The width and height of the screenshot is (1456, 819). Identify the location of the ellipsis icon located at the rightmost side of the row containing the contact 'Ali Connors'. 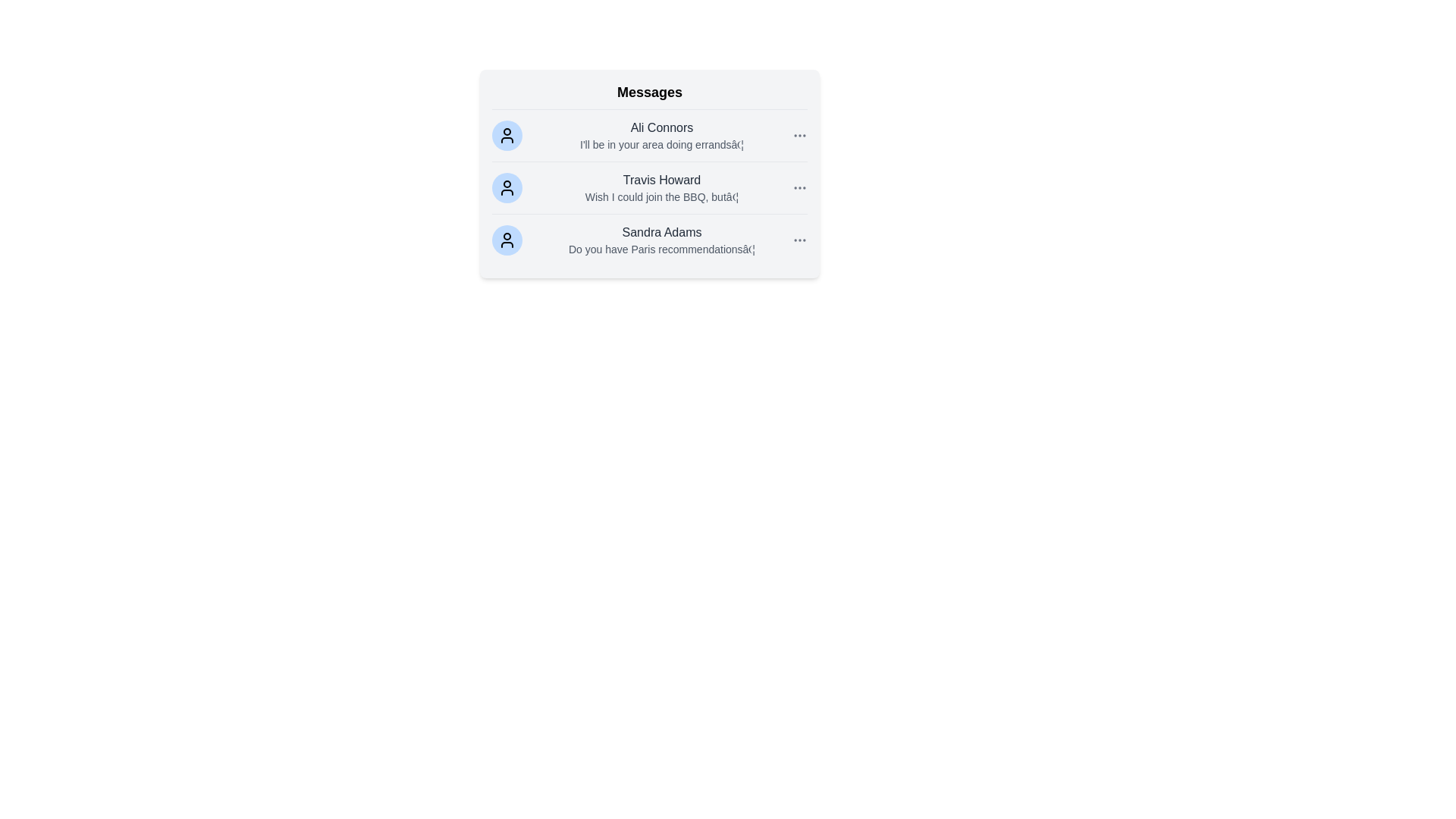
(799, 134).